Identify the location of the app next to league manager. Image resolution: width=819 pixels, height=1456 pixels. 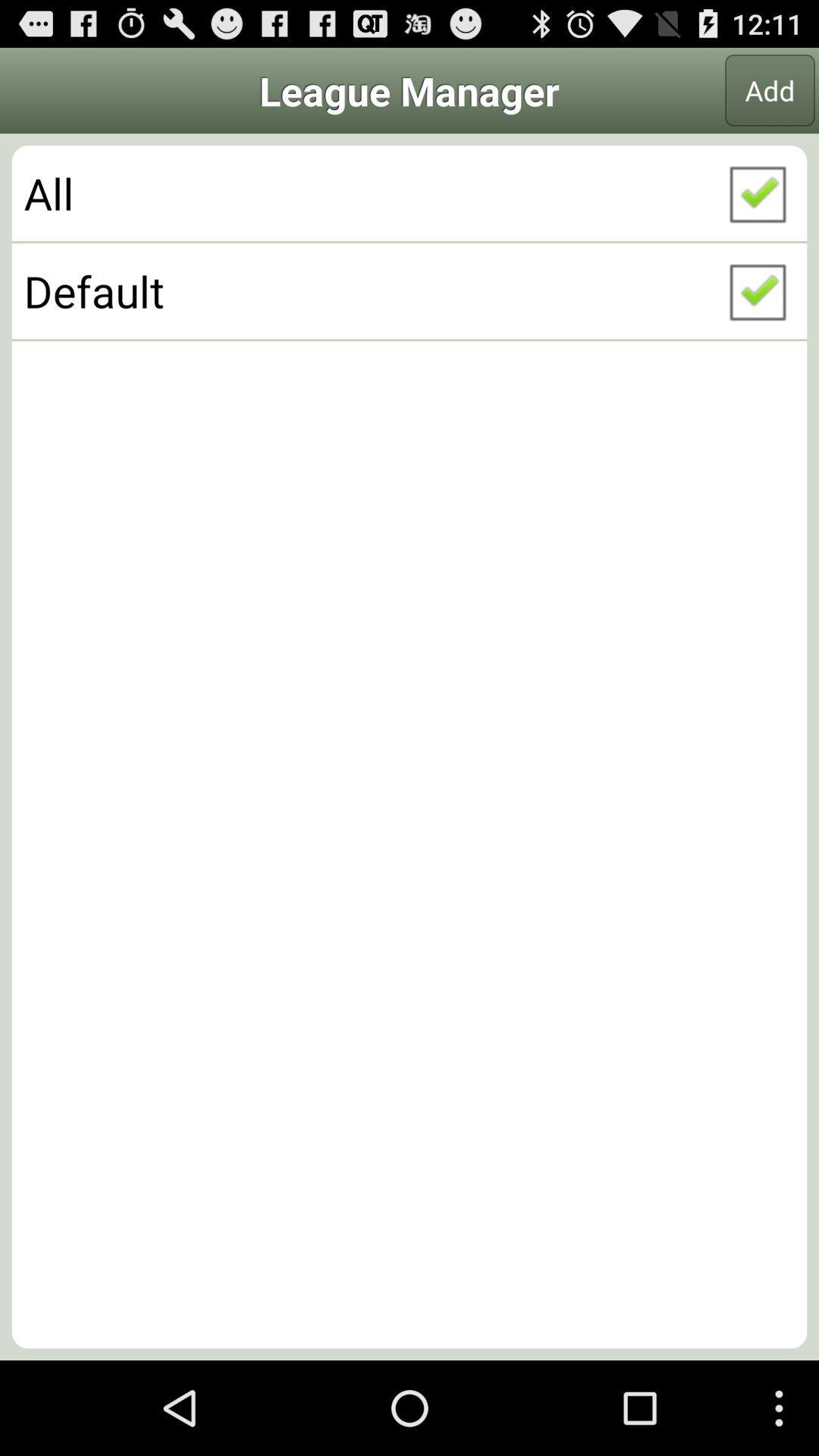
(770, 89).